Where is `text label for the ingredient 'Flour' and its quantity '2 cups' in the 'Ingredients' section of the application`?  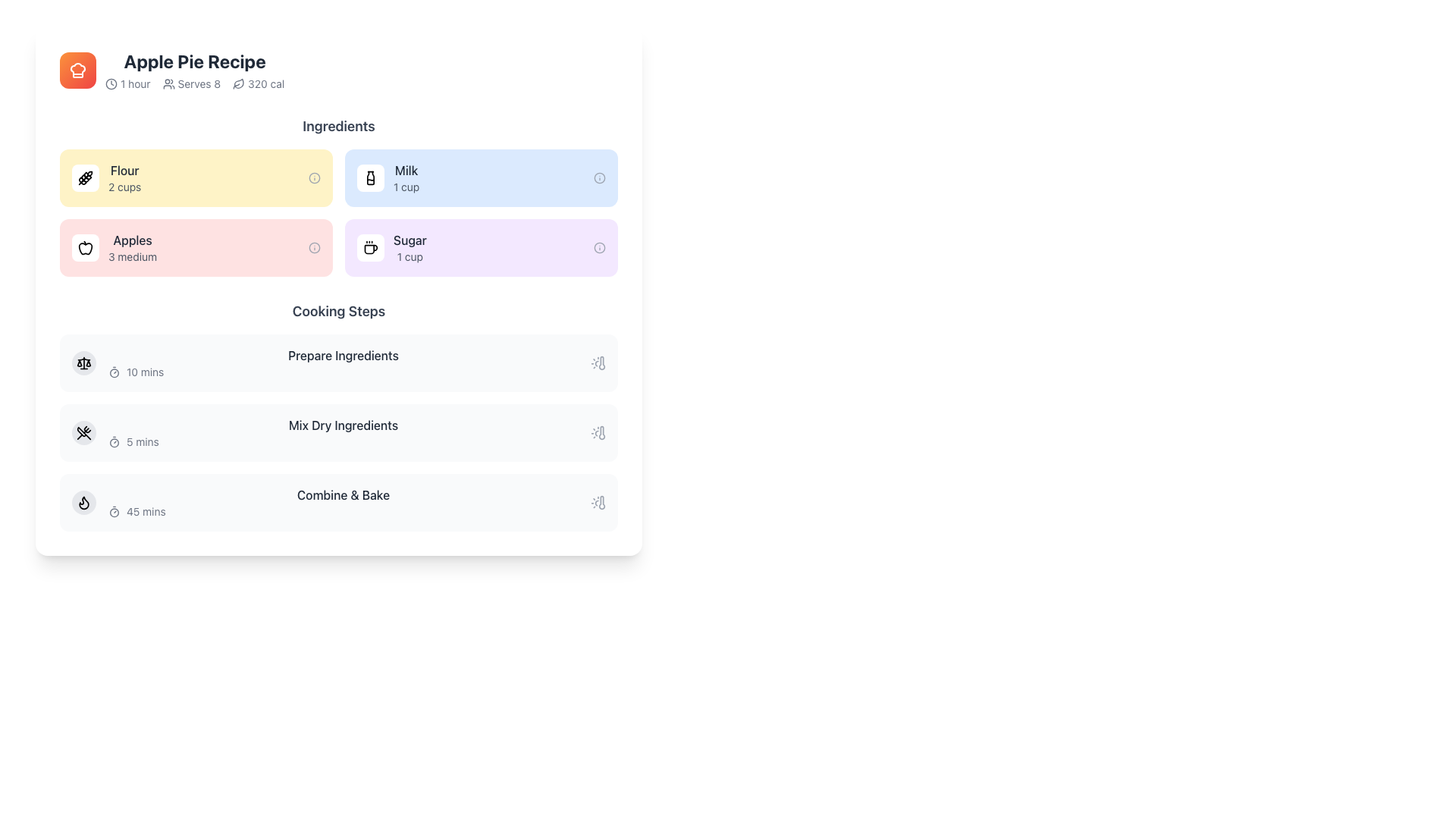 text label for the ingredient 'Flour' and its quantity '2 cups' in the 'Ingredients' section of the application is located at coordinates (124, 177).